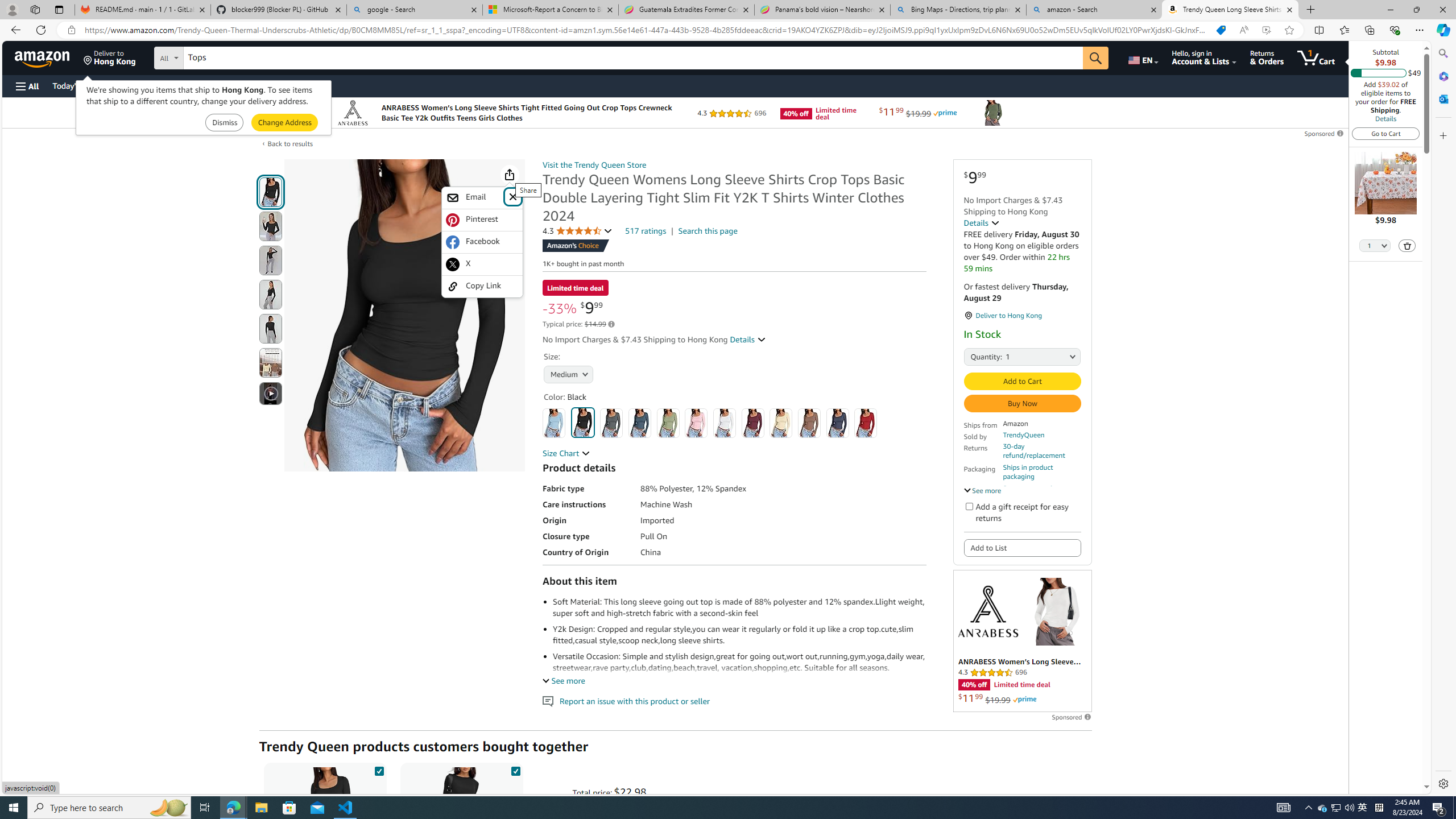 Image resolution: width=1456 pixels, height=819 pixels. What do you see at coordinates (1266, 30) in the screenshot?
I see `'Enhance video'` at bounding box center [1266, 30].